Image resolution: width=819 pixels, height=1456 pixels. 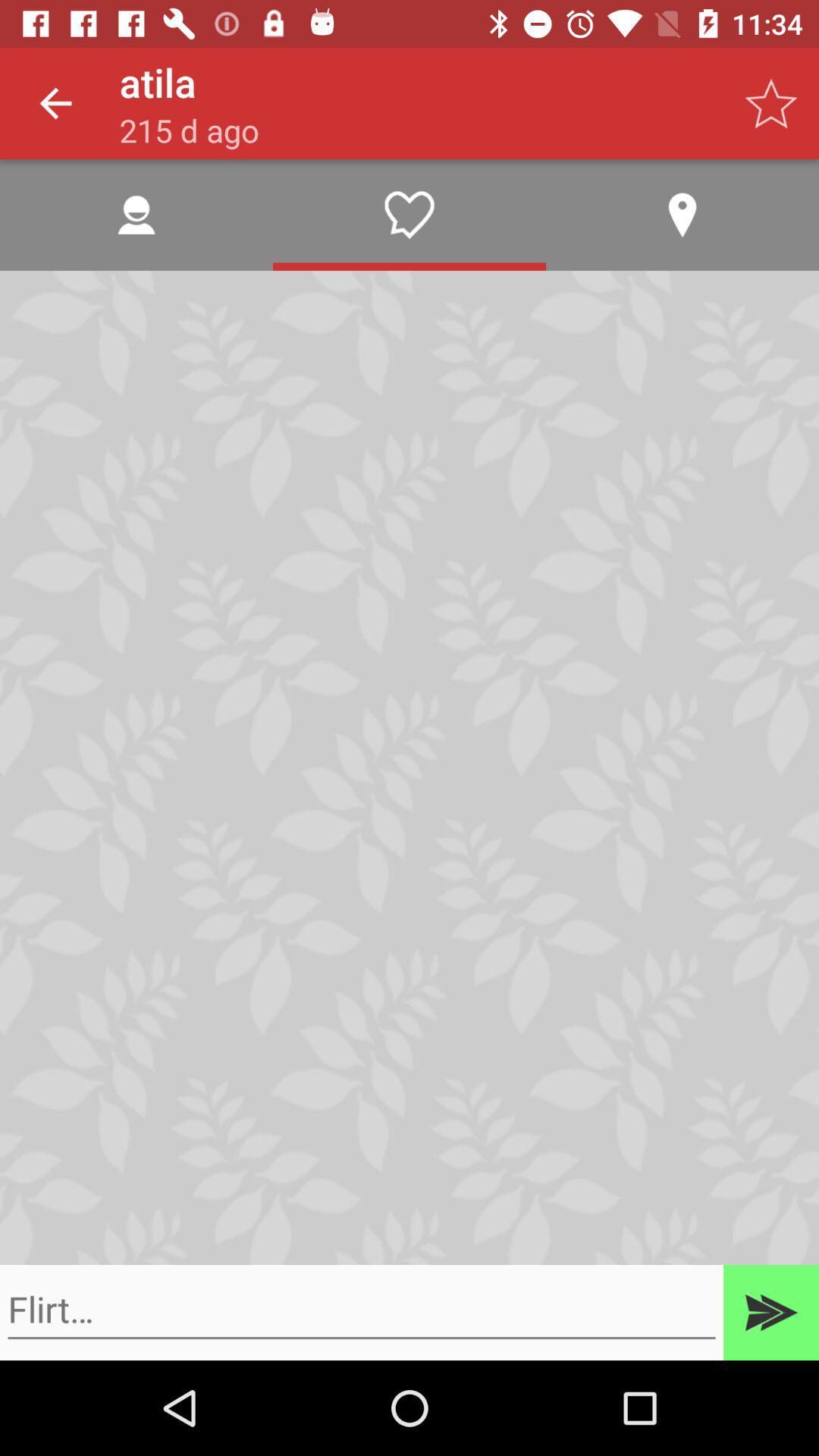 What do you see at coordinates (771, 1312) in the screenshot?
I see `the send icon` at bounding box center [771, 1312].